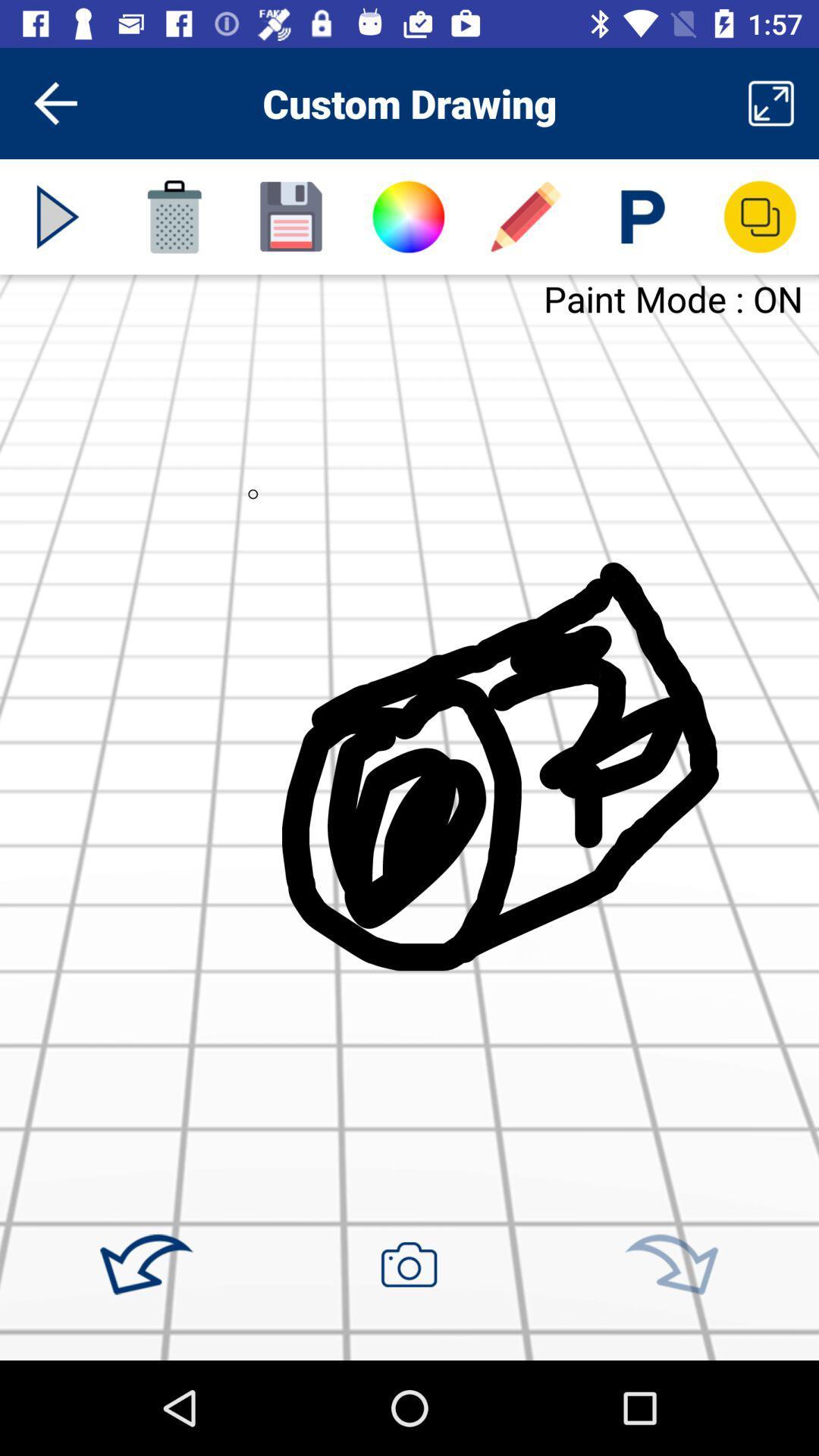  What do you see at coordinates (408, 1264) in the screenshot?
I see `the photo icon` at bounding box center [408, 1264].